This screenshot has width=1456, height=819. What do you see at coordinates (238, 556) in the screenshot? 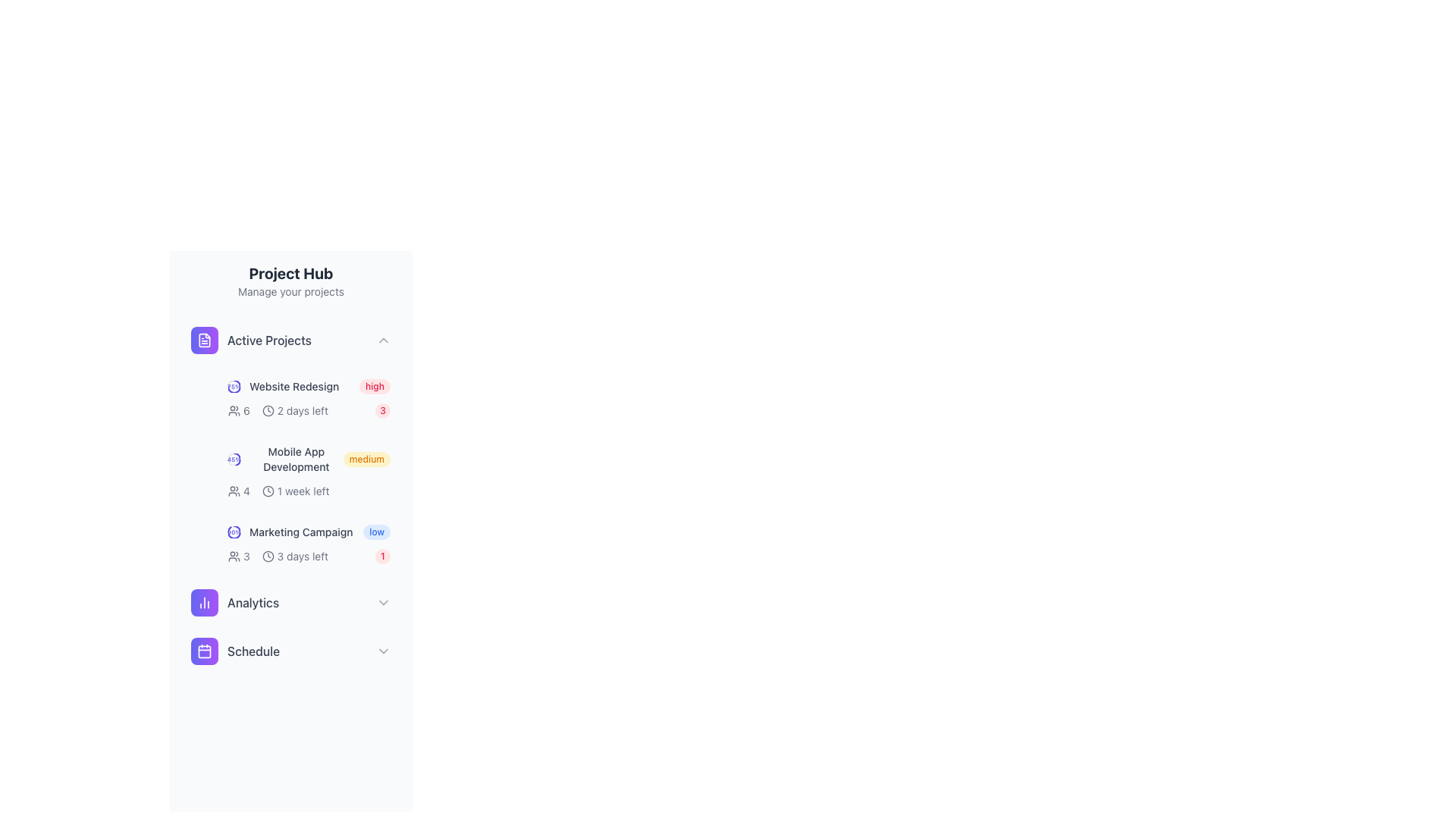
I see `the text label indicating the number of team members for the 'Marketing Campaign' project, located below the title and priority tag, and to the left of '3 days left'` at bounding box center [238, 556].